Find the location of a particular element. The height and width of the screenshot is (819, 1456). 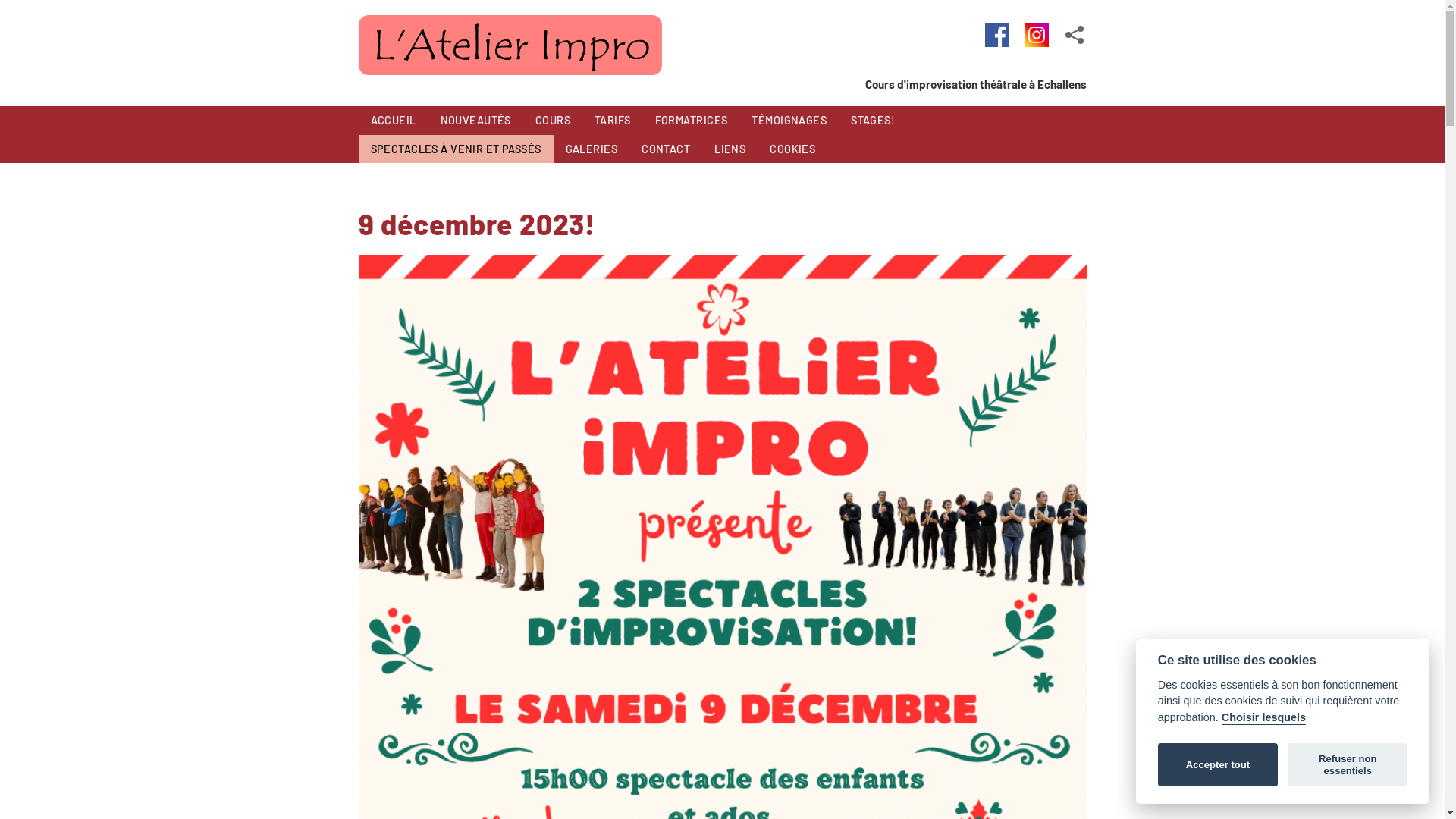

'STAGES!' is located at coordinates (837, 119).